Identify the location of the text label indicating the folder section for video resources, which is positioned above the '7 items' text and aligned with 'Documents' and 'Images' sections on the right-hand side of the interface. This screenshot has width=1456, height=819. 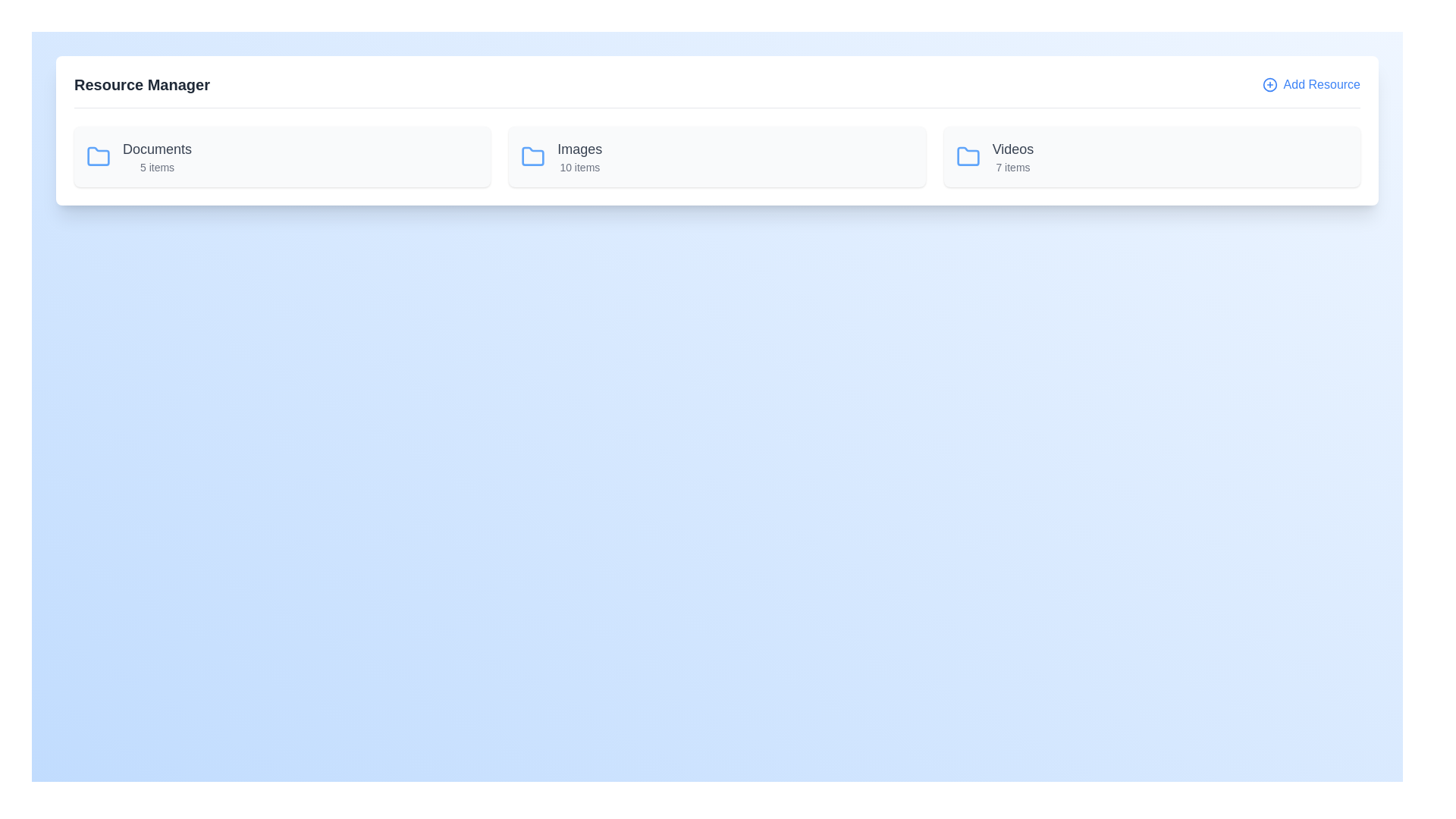
(1012, 149).